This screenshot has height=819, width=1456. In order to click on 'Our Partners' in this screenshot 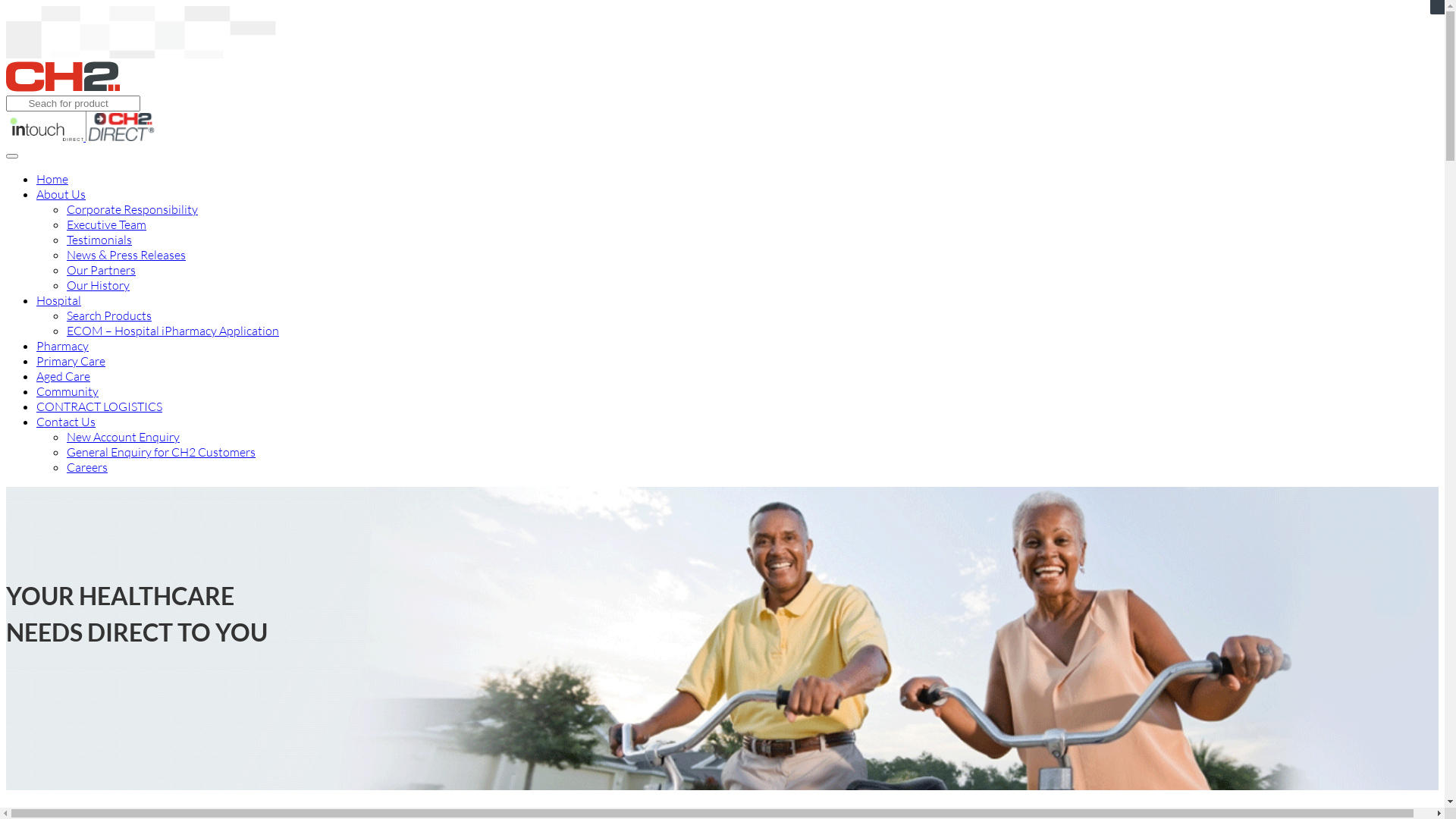, I will do `click(100, 268)`.